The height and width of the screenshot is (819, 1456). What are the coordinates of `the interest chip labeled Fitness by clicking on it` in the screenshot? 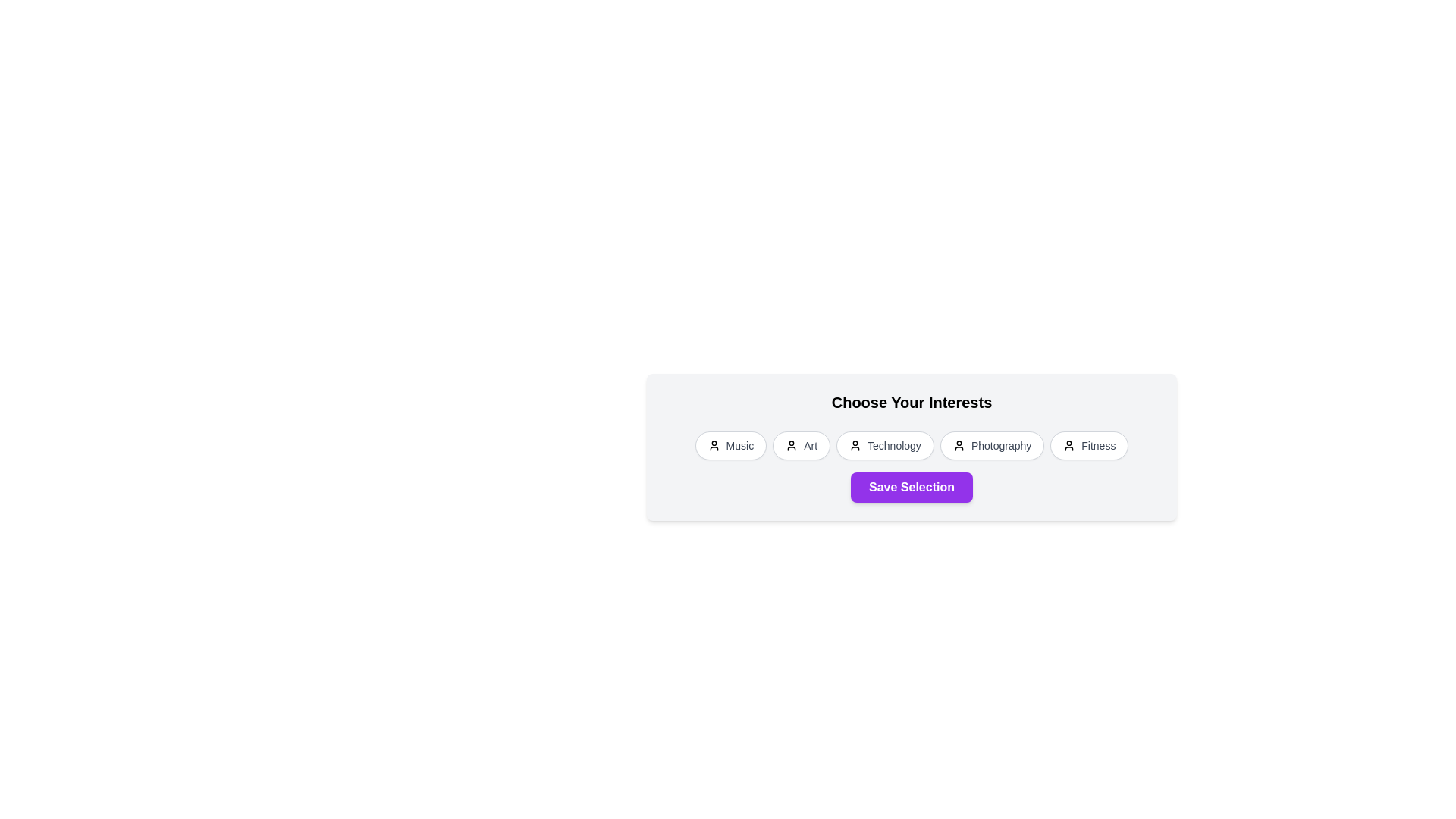 It's located at (1088, 444).